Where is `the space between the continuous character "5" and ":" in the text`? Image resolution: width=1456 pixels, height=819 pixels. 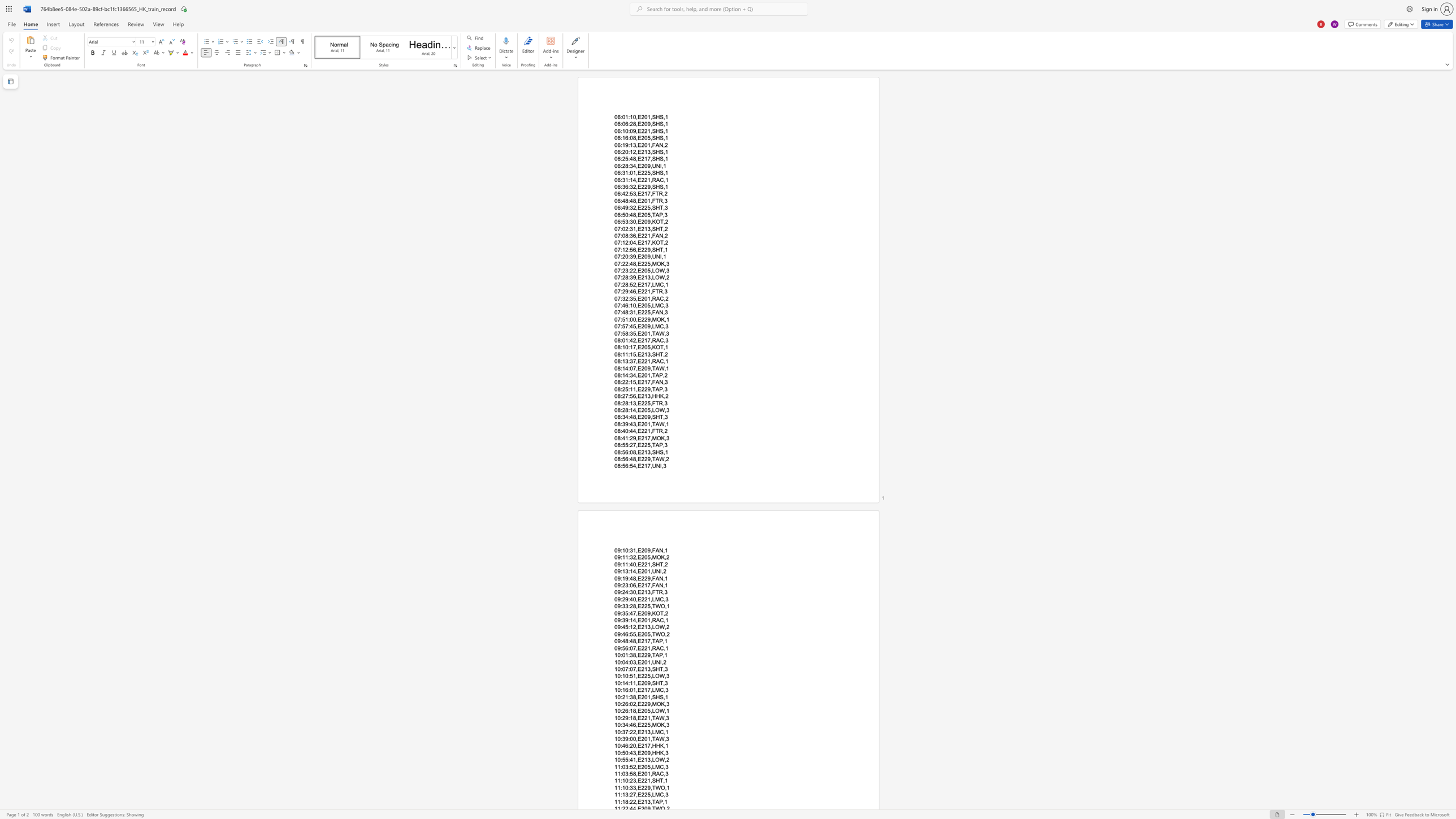 the space between the continuous character "5" and ":" in the text is located at coordinates (628, 613).